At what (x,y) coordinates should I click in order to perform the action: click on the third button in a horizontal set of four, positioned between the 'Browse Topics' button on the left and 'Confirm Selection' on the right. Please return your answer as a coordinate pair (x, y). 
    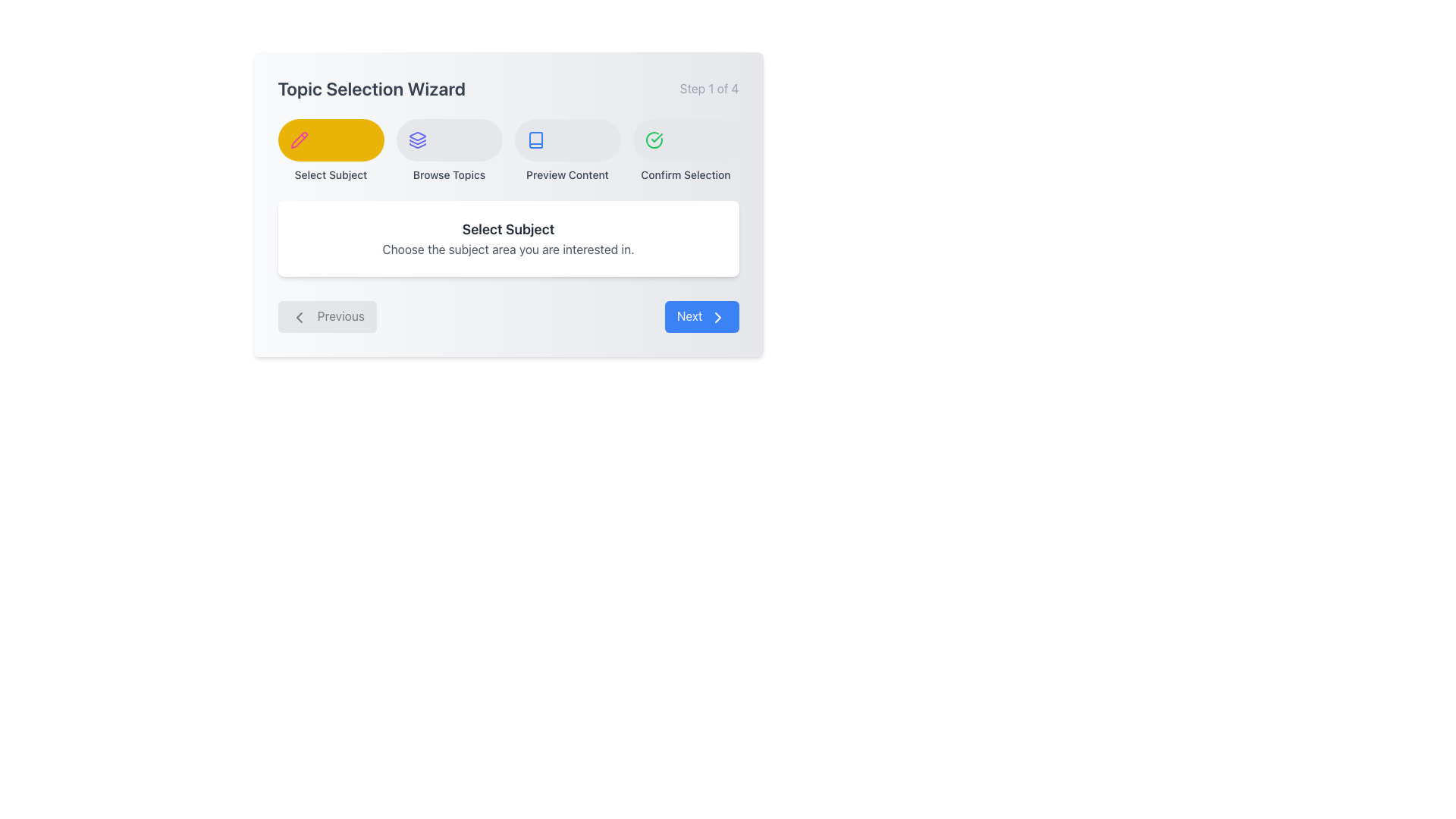
    Looking at the image, I should click on (566, 151).